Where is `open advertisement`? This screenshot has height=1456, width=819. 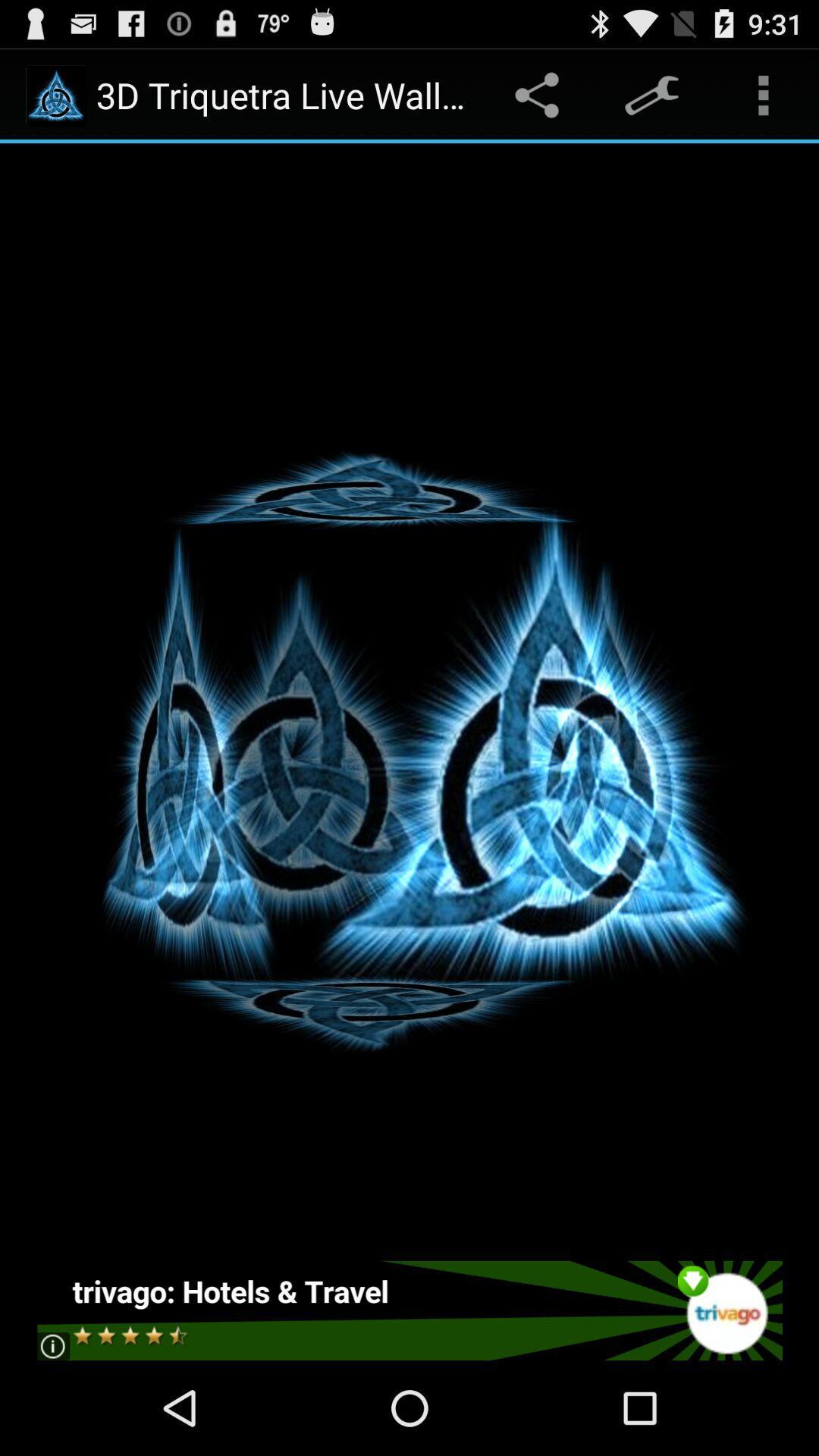 open advertisement is located at coordinates (409, 1310).